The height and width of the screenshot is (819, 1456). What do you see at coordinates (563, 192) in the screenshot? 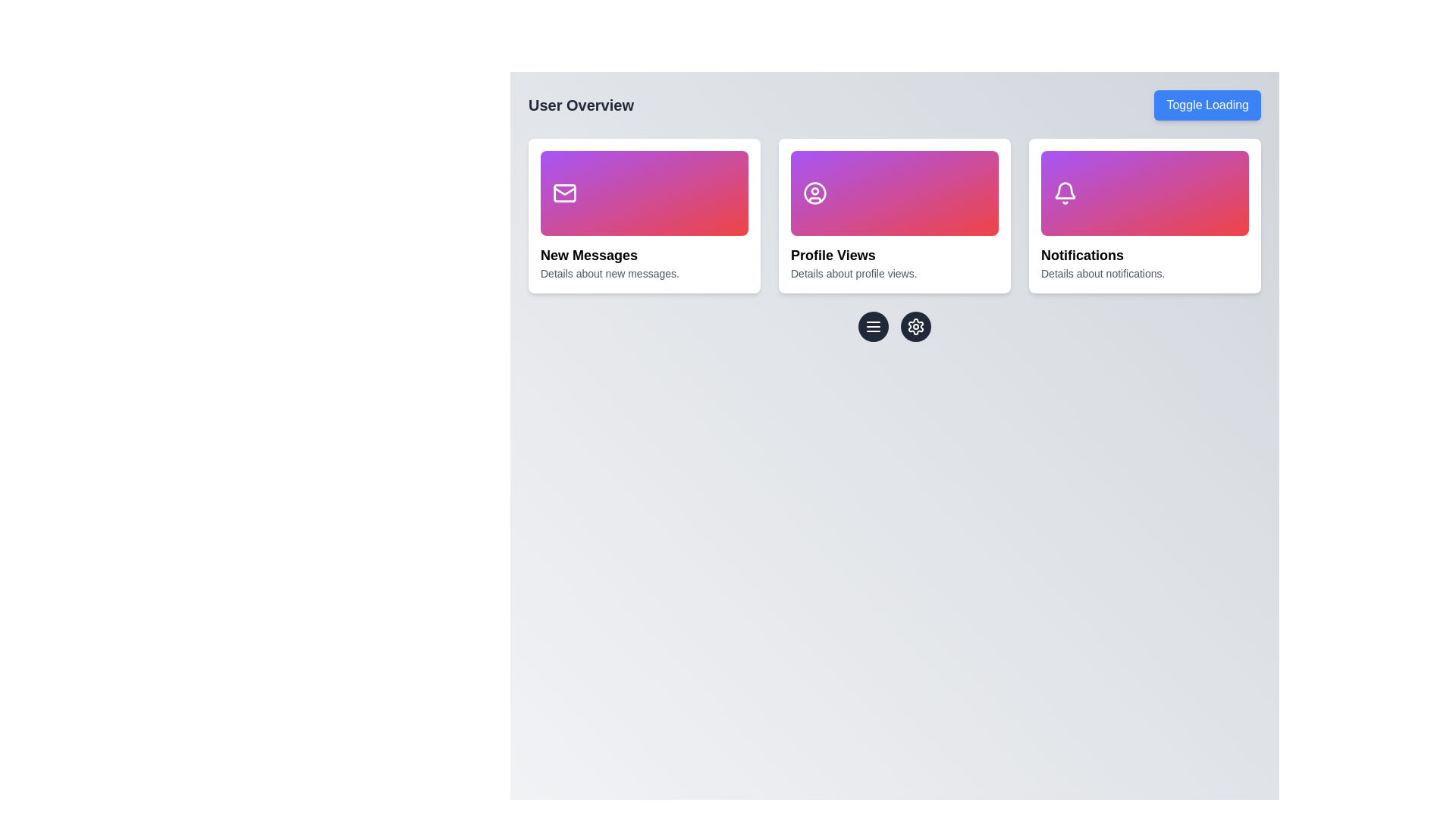
I see `the Icon-like rectangle located in the upper-left card of the interface` at bounding box center [563, 192].